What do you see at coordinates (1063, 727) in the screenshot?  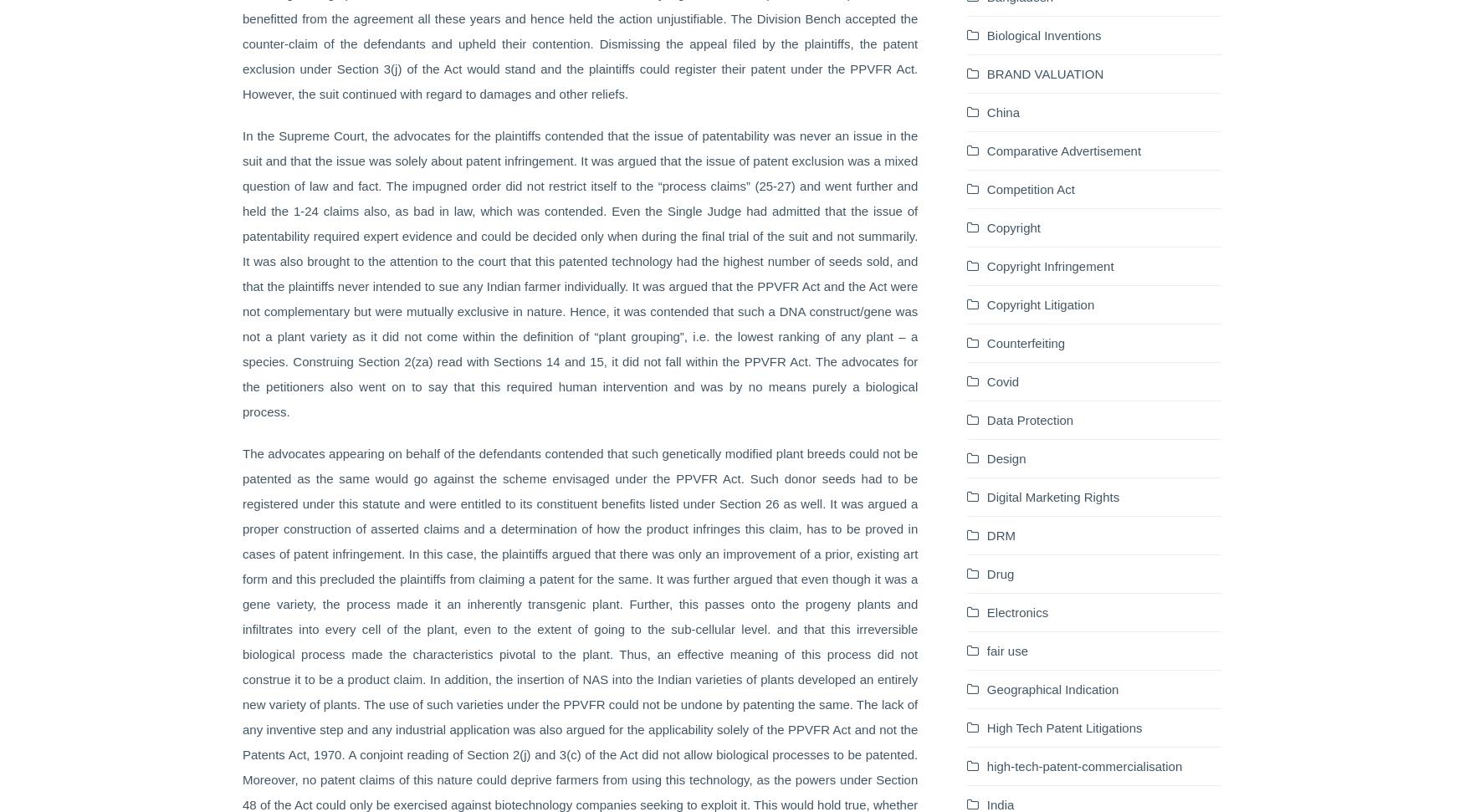 I see `'High Tech Patent Litigations'` at bounding box center [1063, 727].